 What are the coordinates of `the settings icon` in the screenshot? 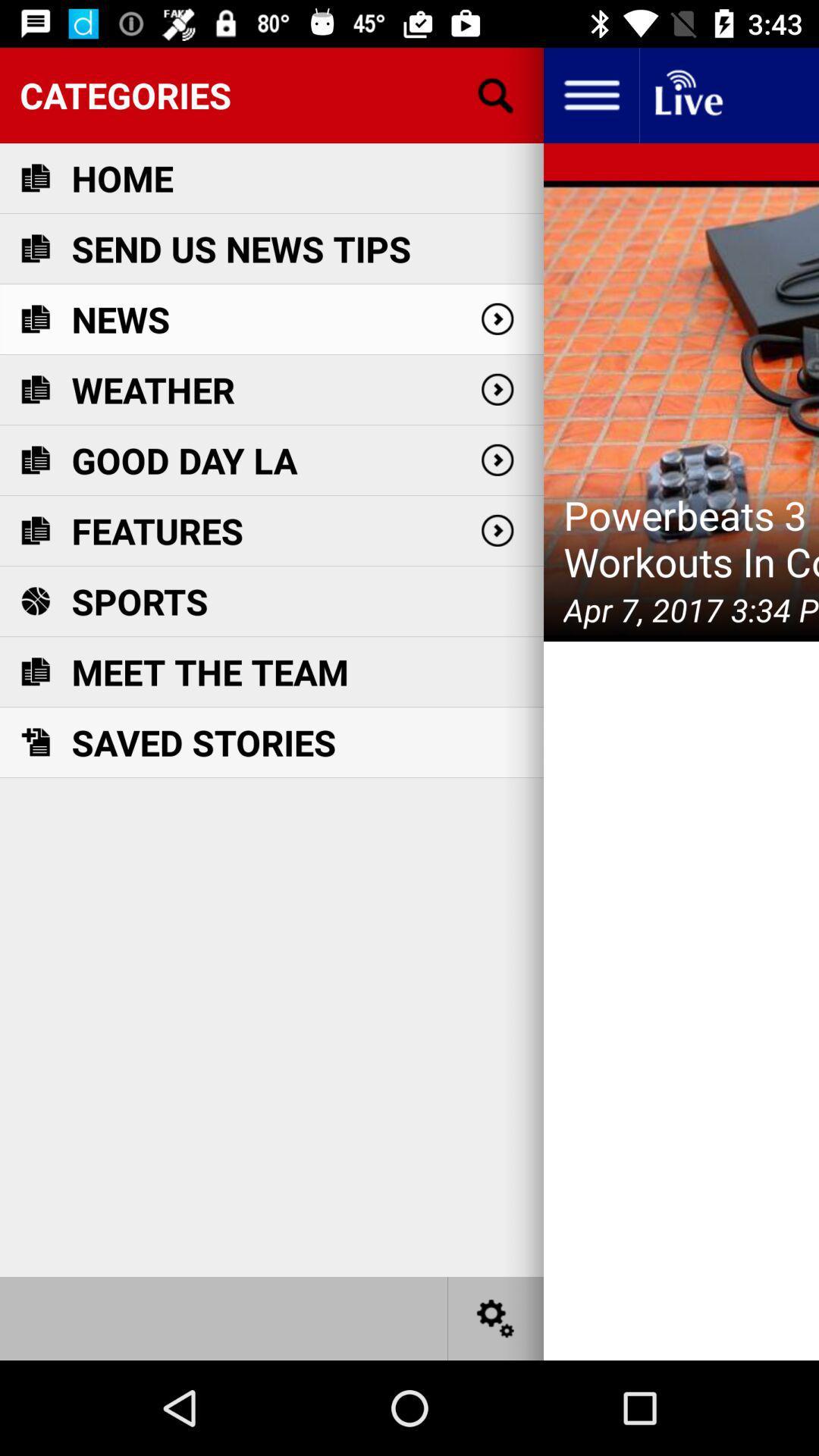 It's located at (496, 1317).